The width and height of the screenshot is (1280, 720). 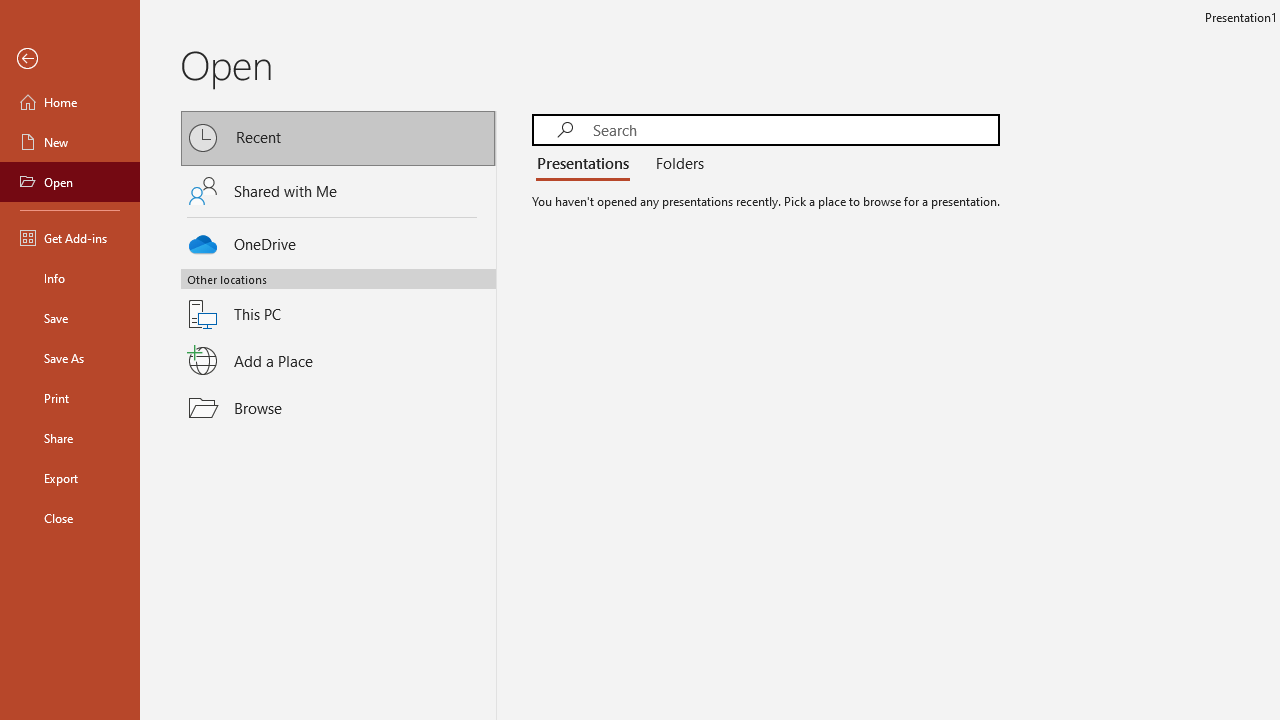 I want to click on 'Info', so click(x=69, y=277).